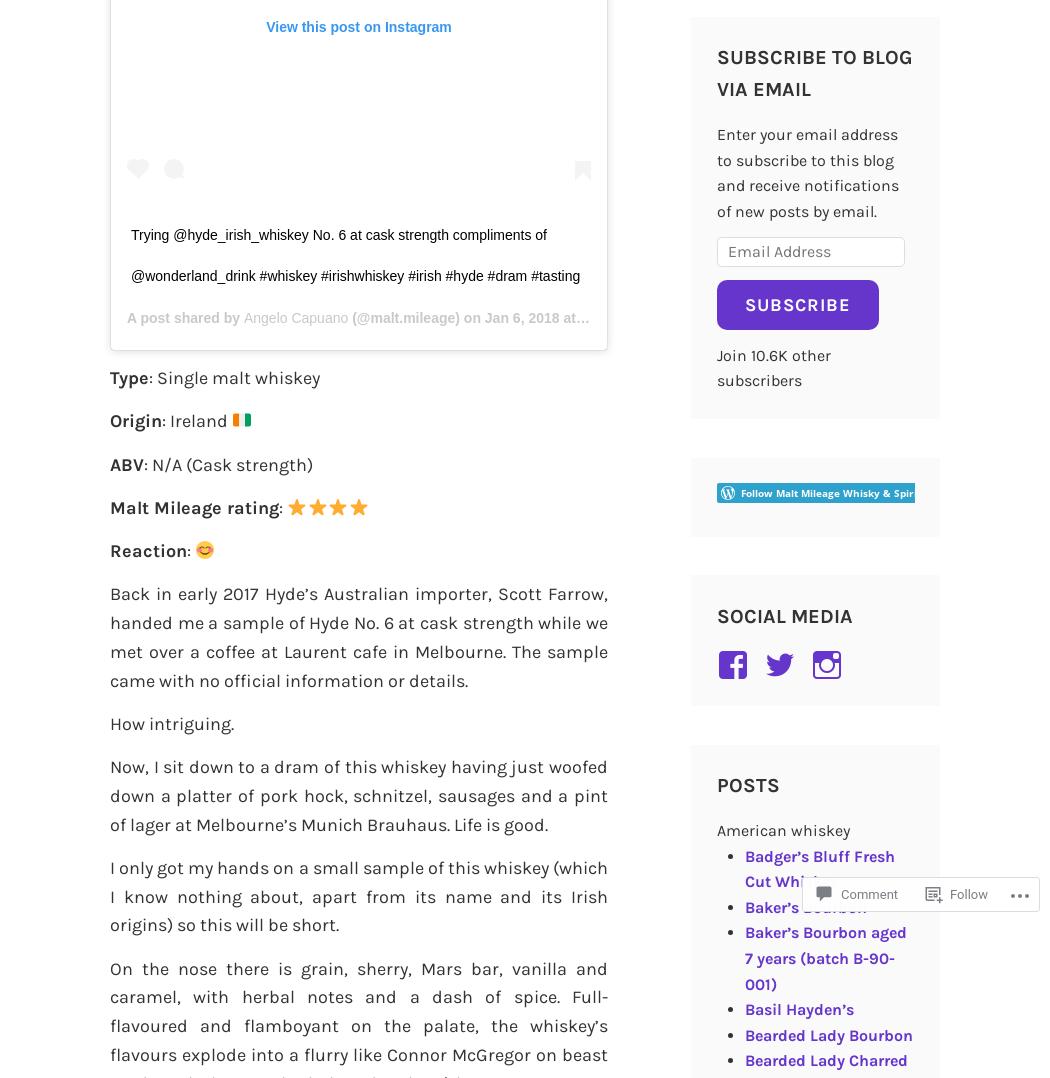  What do you see at coordinates (784, 615) in the screenshot?
I see `'Social Media'` at bounding box center [784, 615].